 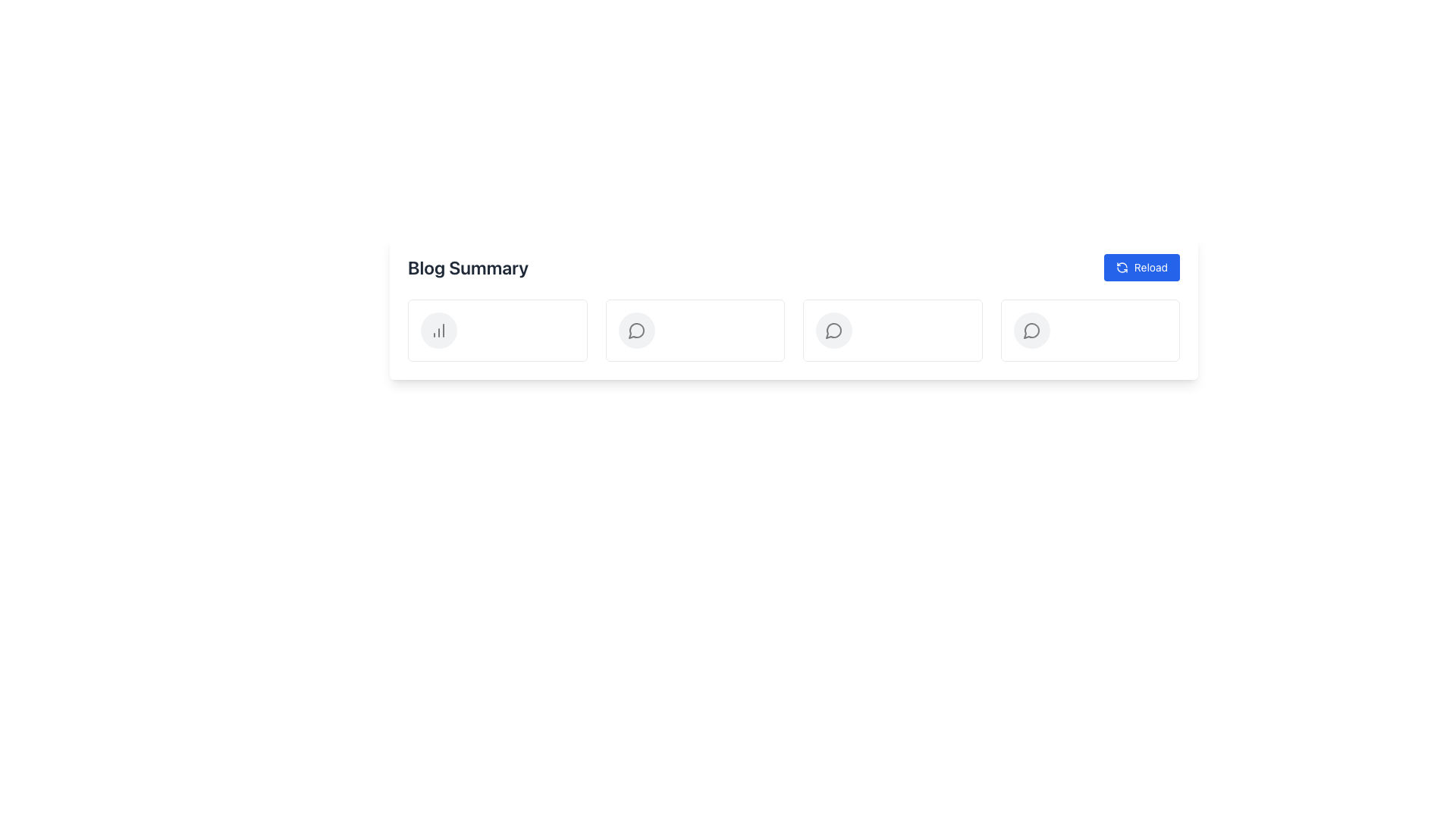 What do you see at coordinates (833, 329) in the screenshot?
I see `the circular icon button with a chat bubble image, located as the middle element in the second row of icons` at bounding box center [833, 329].